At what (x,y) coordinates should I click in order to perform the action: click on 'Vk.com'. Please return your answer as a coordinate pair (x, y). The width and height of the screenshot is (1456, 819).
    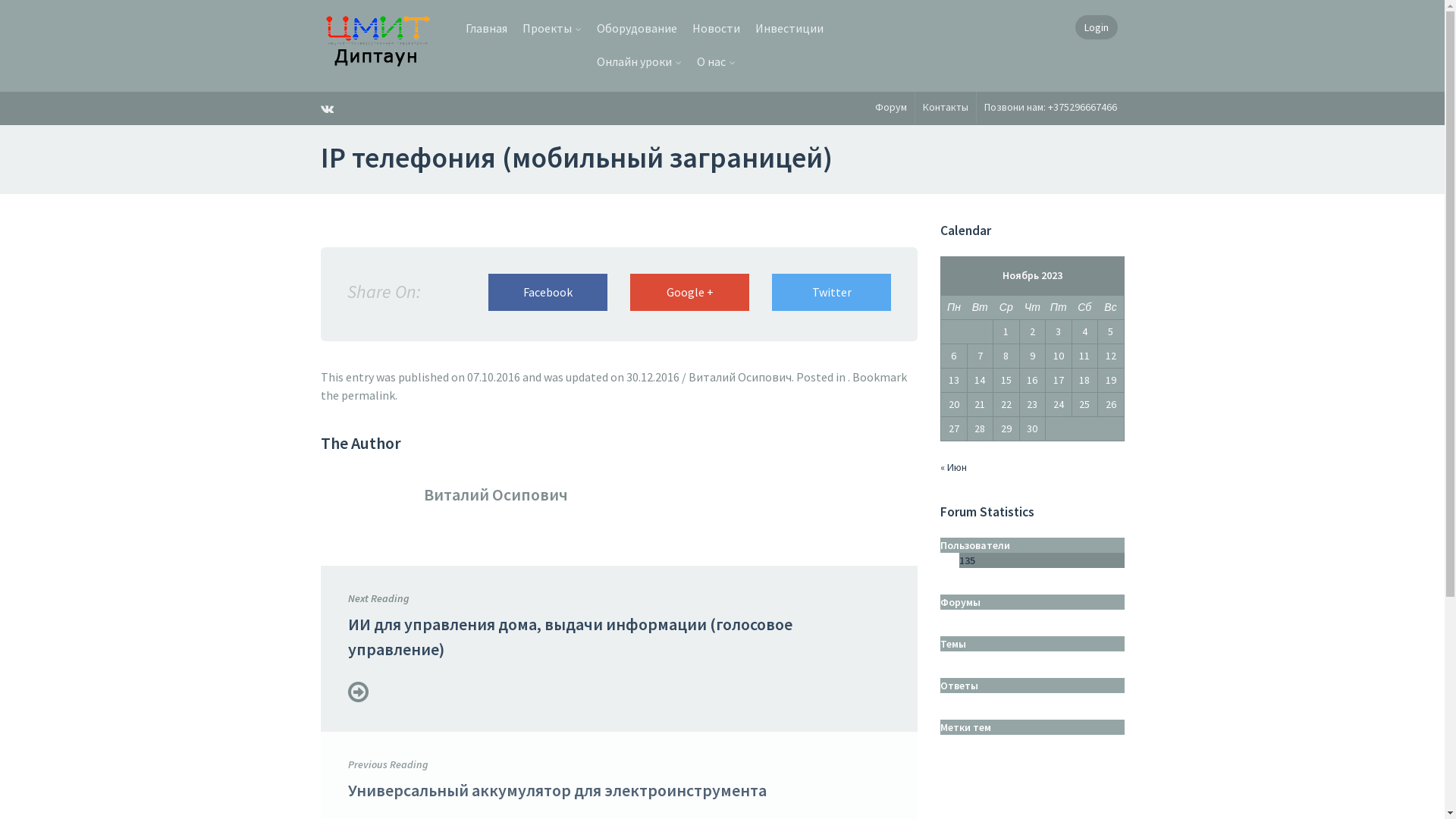
    Looking at the image, I should click on (319, 107).